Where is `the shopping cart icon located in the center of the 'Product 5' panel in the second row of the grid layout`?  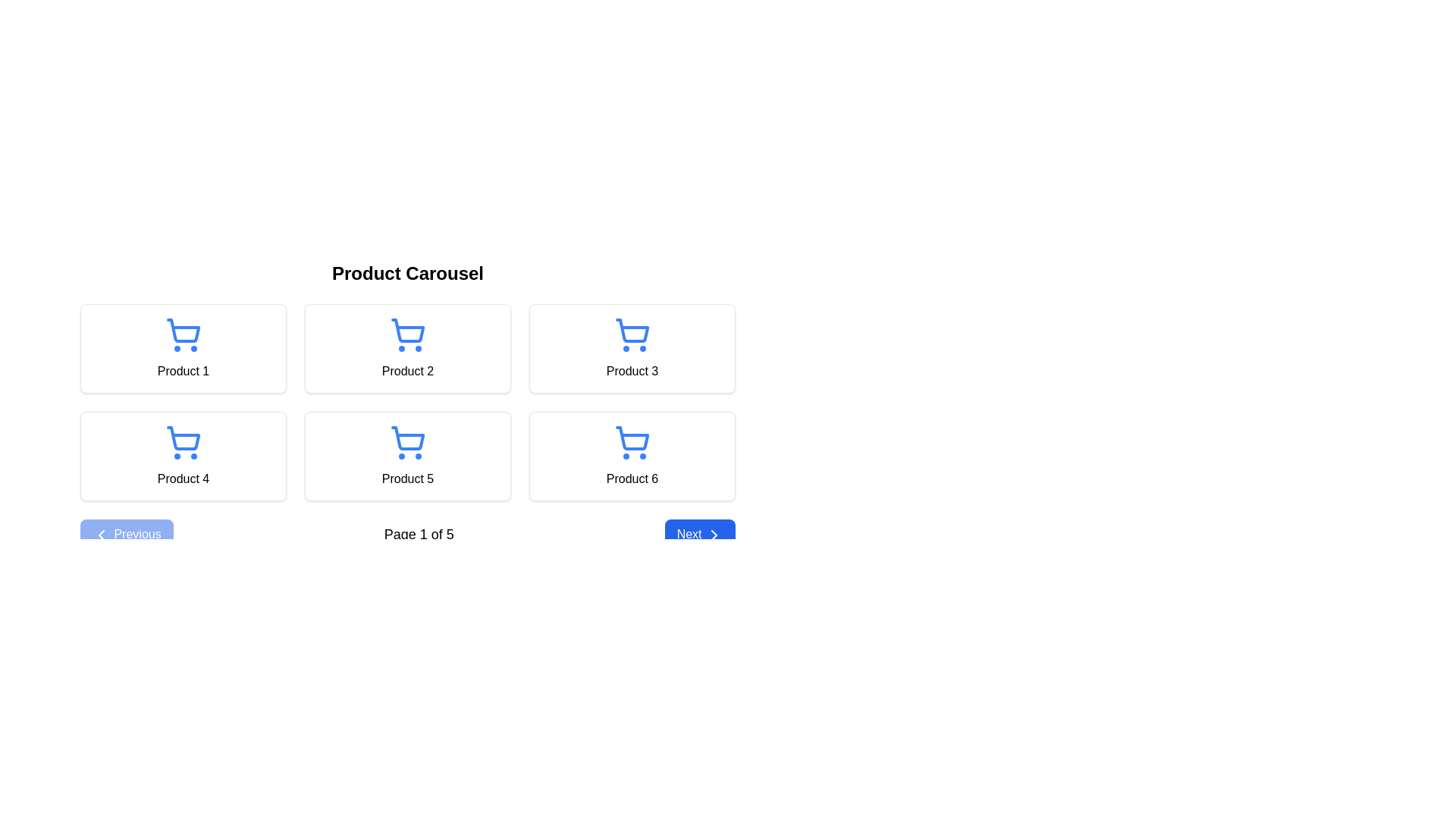
the shopping cart icon located in the center of the 'Product 5' panel in the second row of the grid layout is located at coordinates (407, 442).